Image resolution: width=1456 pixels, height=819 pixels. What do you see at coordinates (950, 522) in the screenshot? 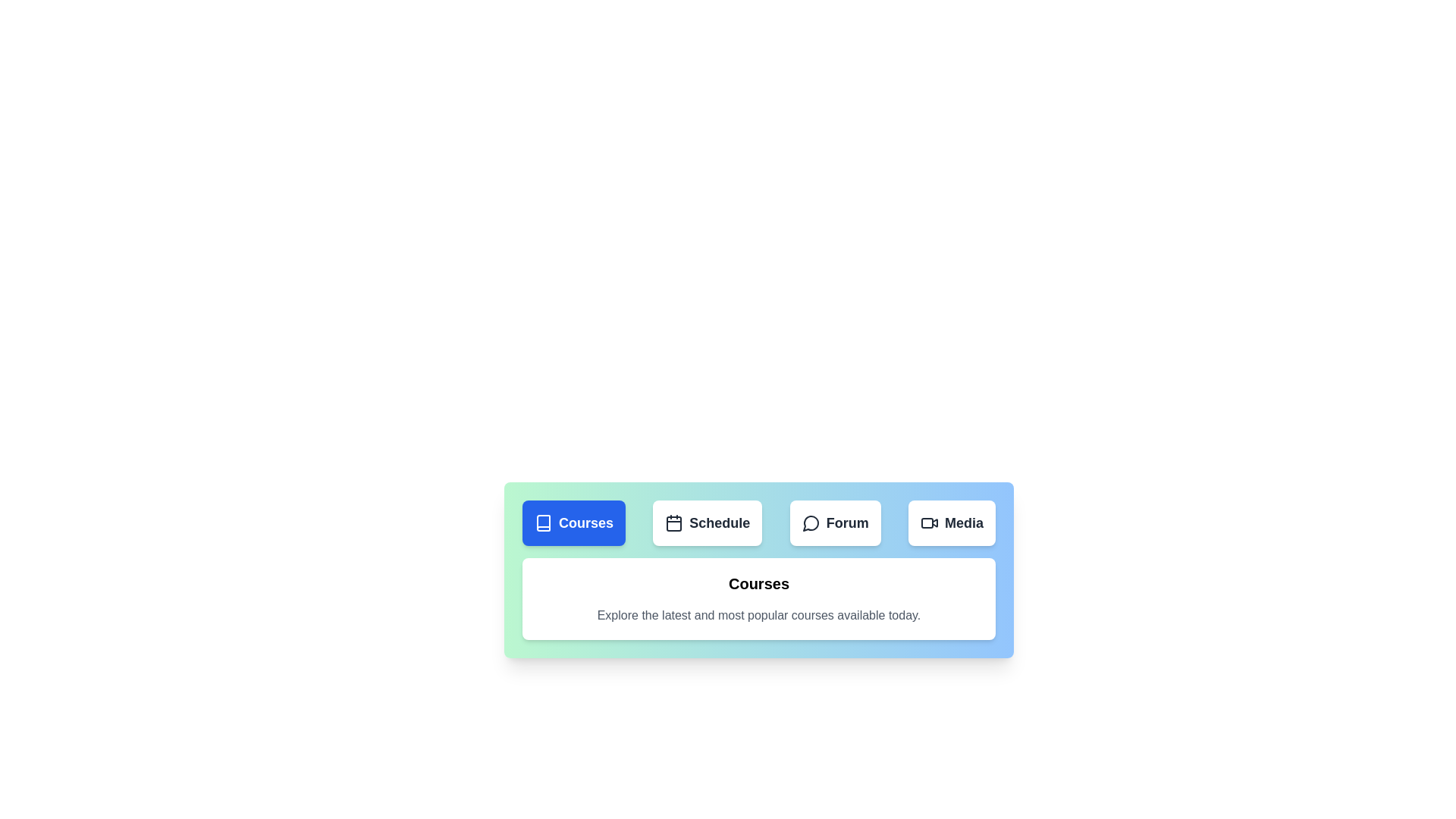
I see `the tab labeled Media to view its content` at bounding box center [950, 522].